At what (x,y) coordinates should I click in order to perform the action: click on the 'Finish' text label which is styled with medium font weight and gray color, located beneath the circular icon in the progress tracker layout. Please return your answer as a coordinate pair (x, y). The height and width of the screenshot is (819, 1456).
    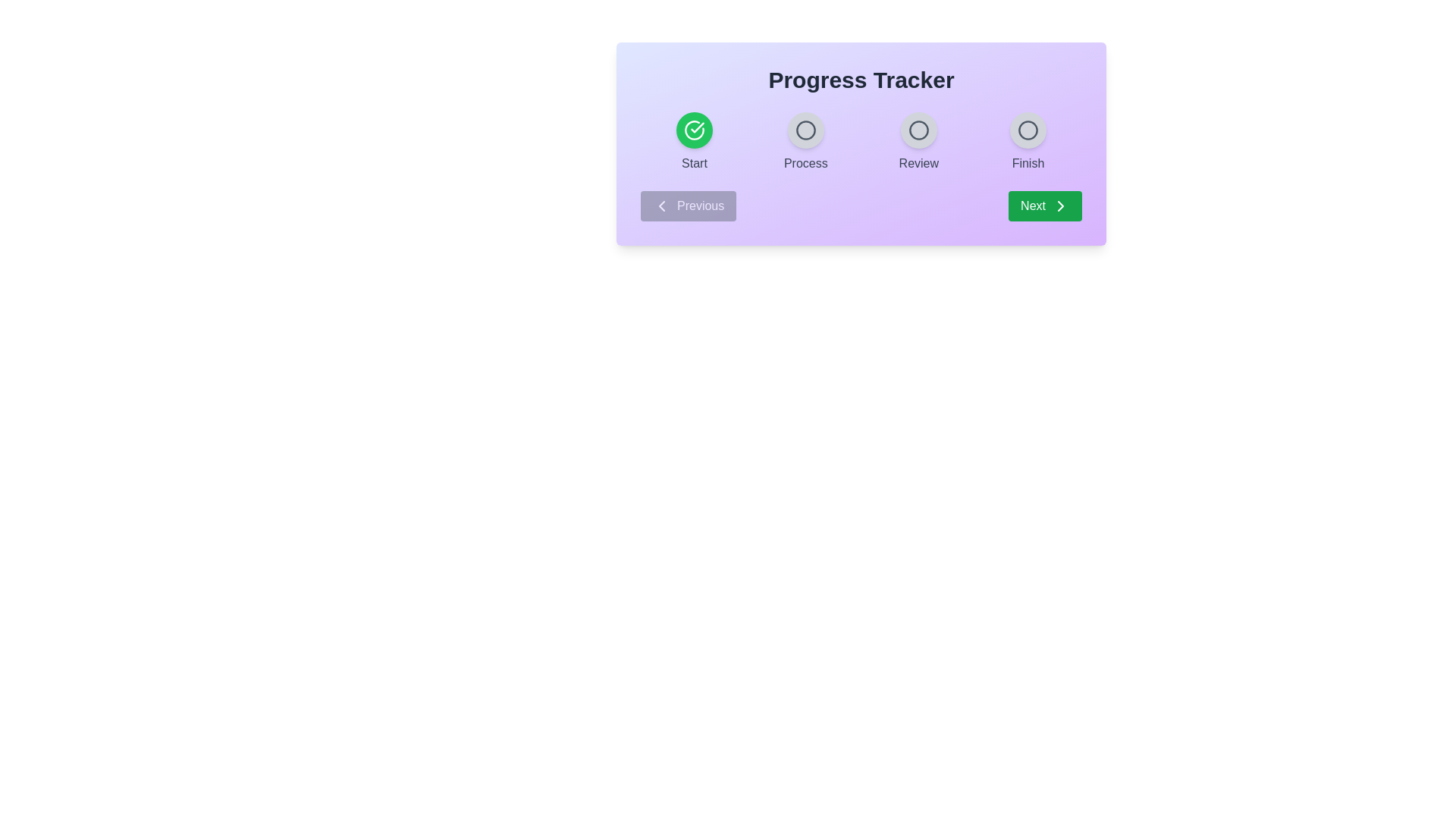
    Looking at the image, I should click on (1028, 164).